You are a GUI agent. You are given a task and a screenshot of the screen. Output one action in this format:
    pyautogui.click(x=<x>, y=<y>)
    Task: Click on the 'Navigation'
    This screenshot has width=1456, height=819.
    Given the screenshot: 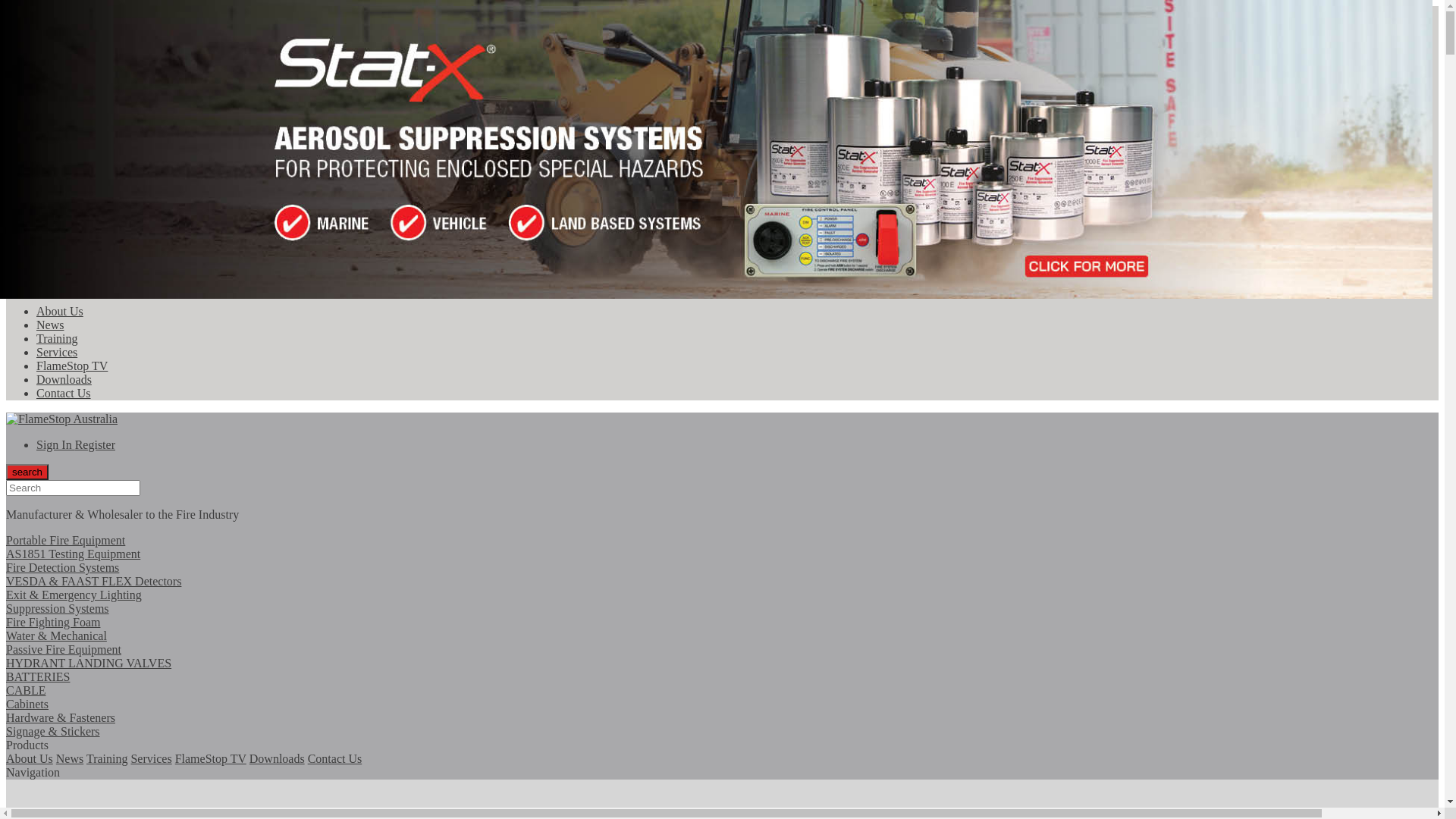 What is the action you would take?
    pyautogui.click(x=6, y=772)
    